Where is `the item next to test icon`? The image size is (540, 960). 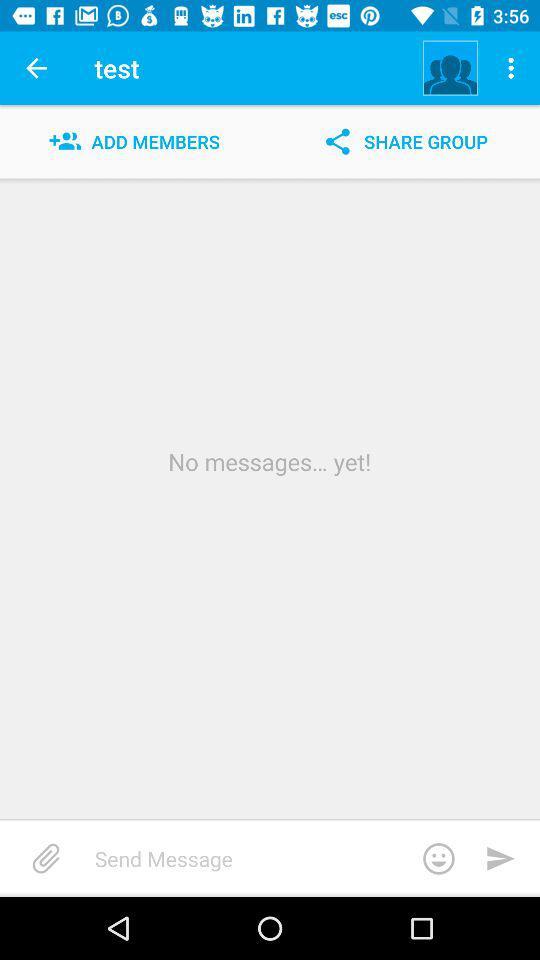 the item next to test icon is located at coordinates (36, 68).